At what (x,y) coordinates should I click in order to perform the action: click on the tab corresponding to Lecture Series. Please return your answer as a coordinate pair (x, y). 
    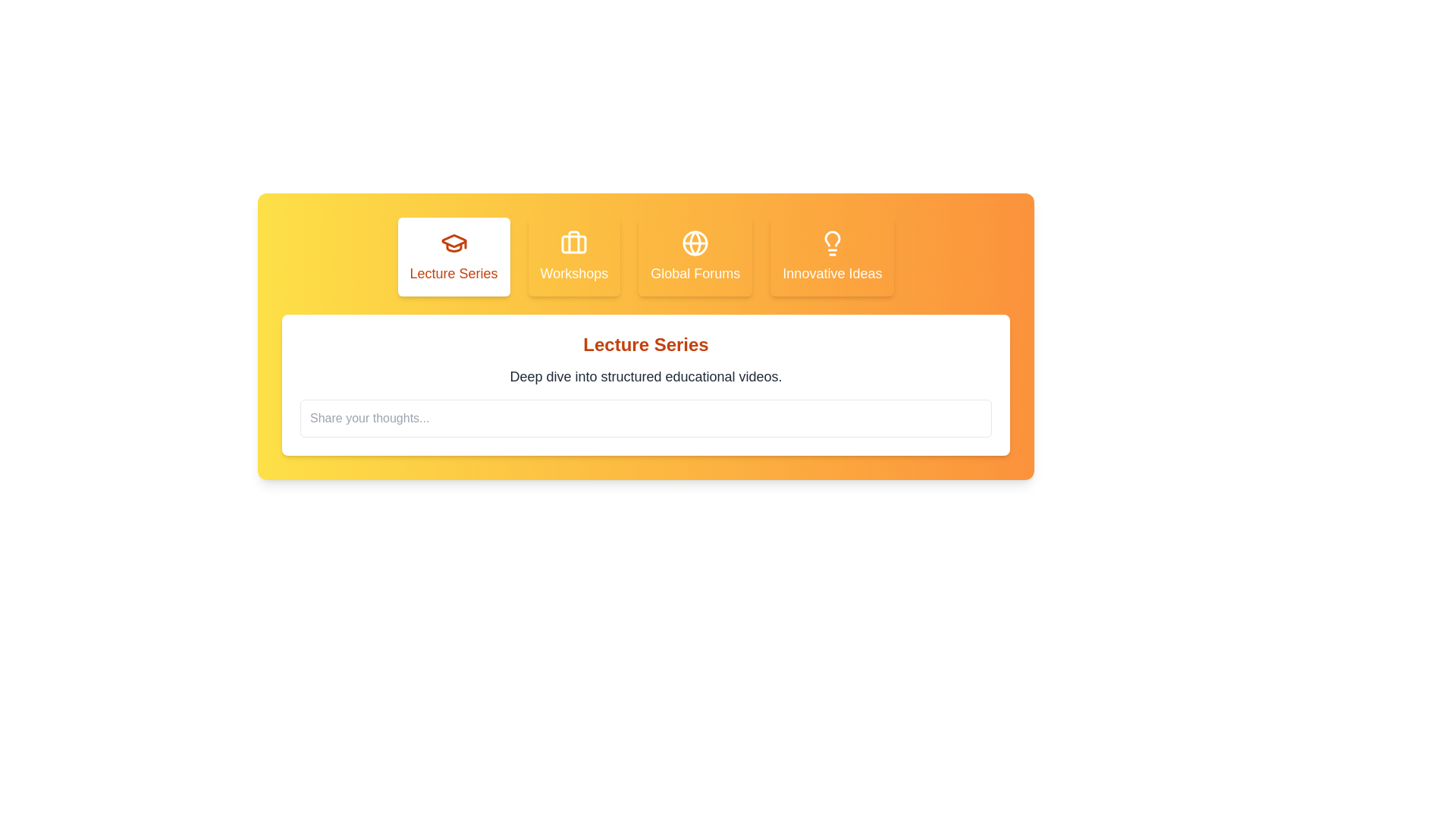
    Looking at the image, I should click on (453, 256).